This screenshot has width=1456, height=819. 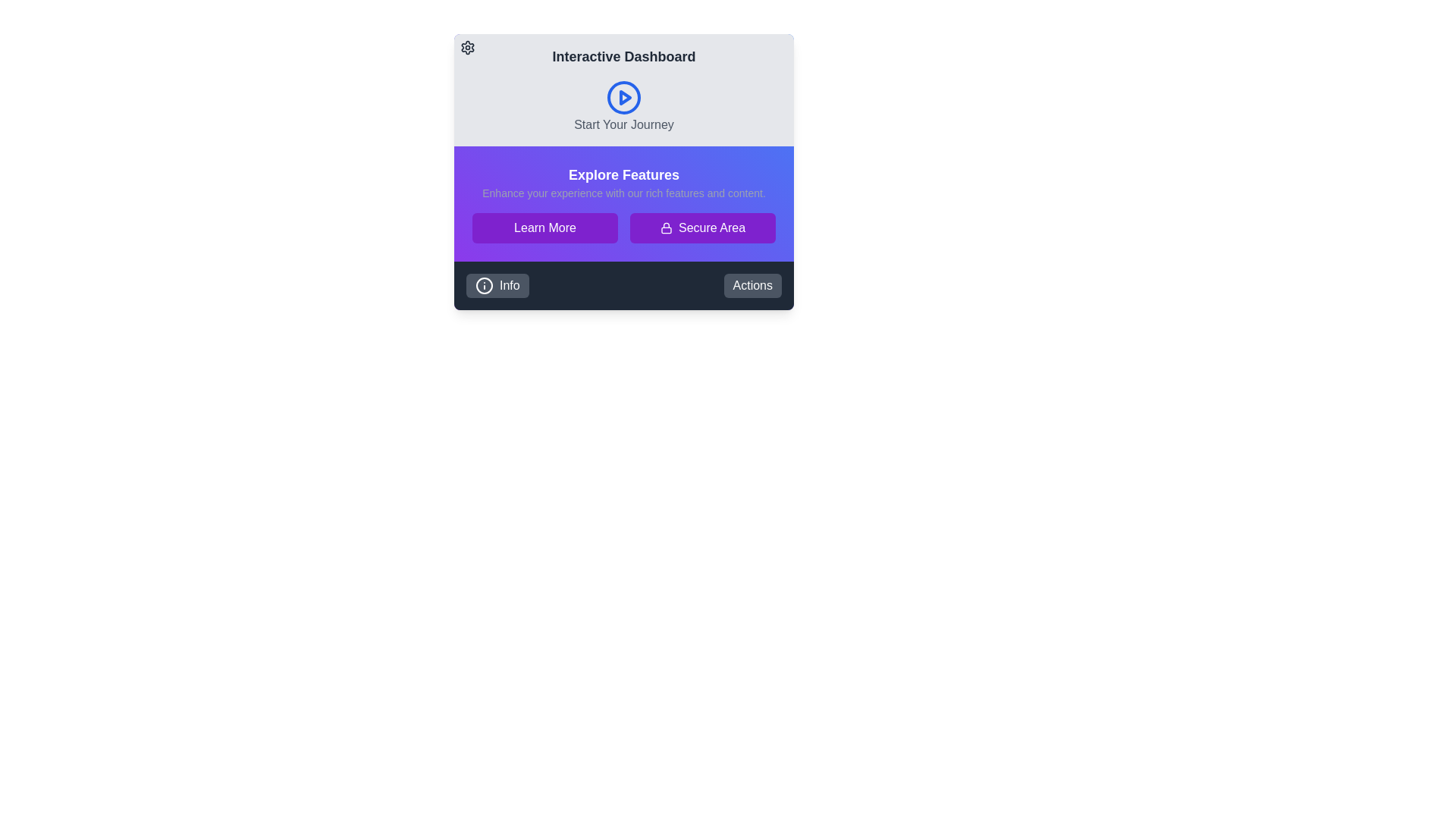 What do you see at coordinates (623, 192) in the screenshot?
I see `the static text element displaying the message 'Enhance your experience with our rich features and content.' which is located directly below the heading 'Explore Features.'` at bounding box center [623, 192].